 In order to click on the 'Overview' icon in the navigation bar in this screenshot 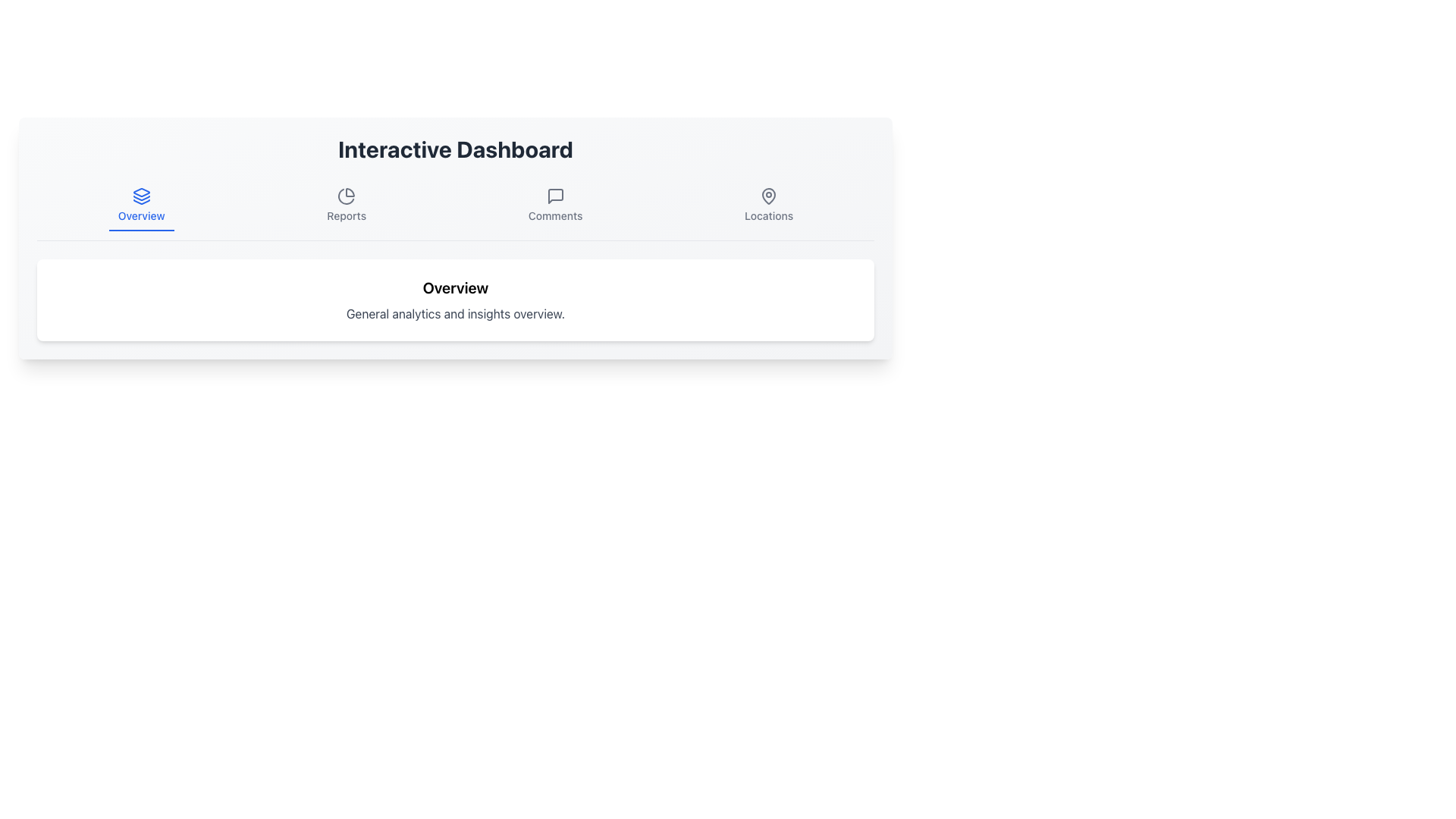, I will do `click(141, 195)`.